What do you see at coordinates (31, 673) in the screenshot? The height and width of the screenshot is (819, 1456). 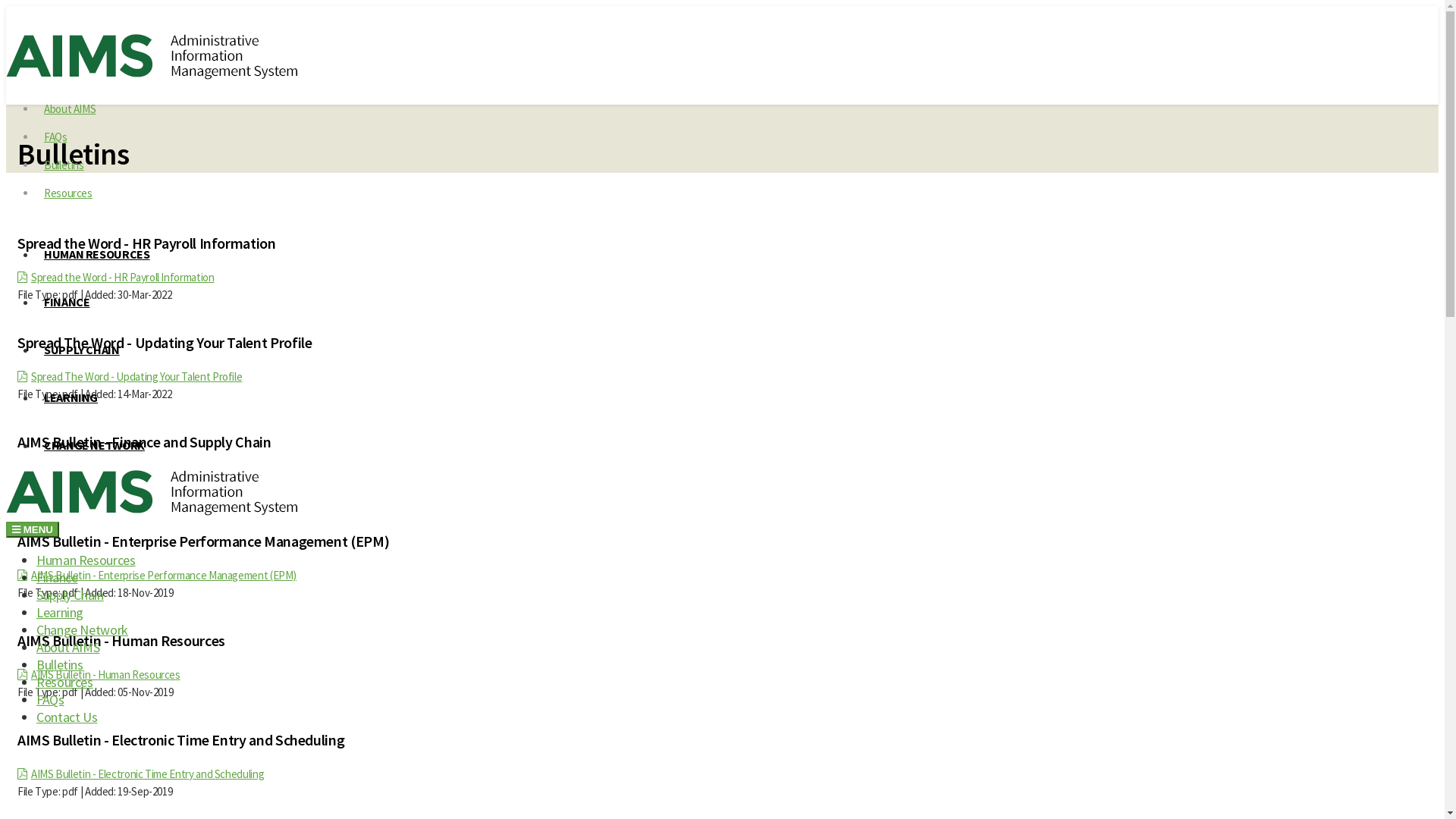 I see `'AIMS Bulletin - Human Resources'` at bounding box center [31, 673].